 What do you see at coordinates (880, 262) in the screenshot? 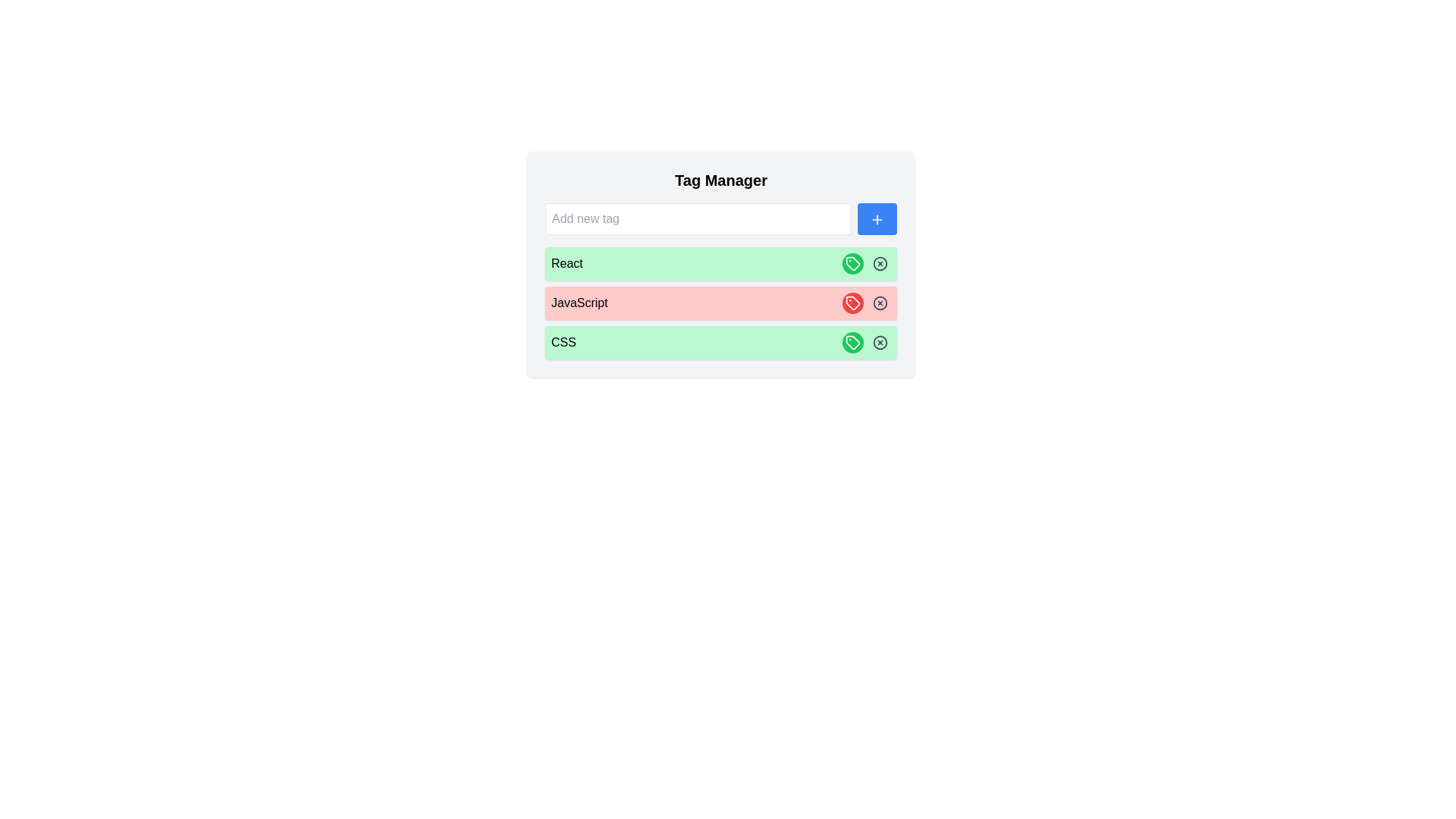
I see `'Delete' button for the tag labeled React` at bounding box center [880, 262].